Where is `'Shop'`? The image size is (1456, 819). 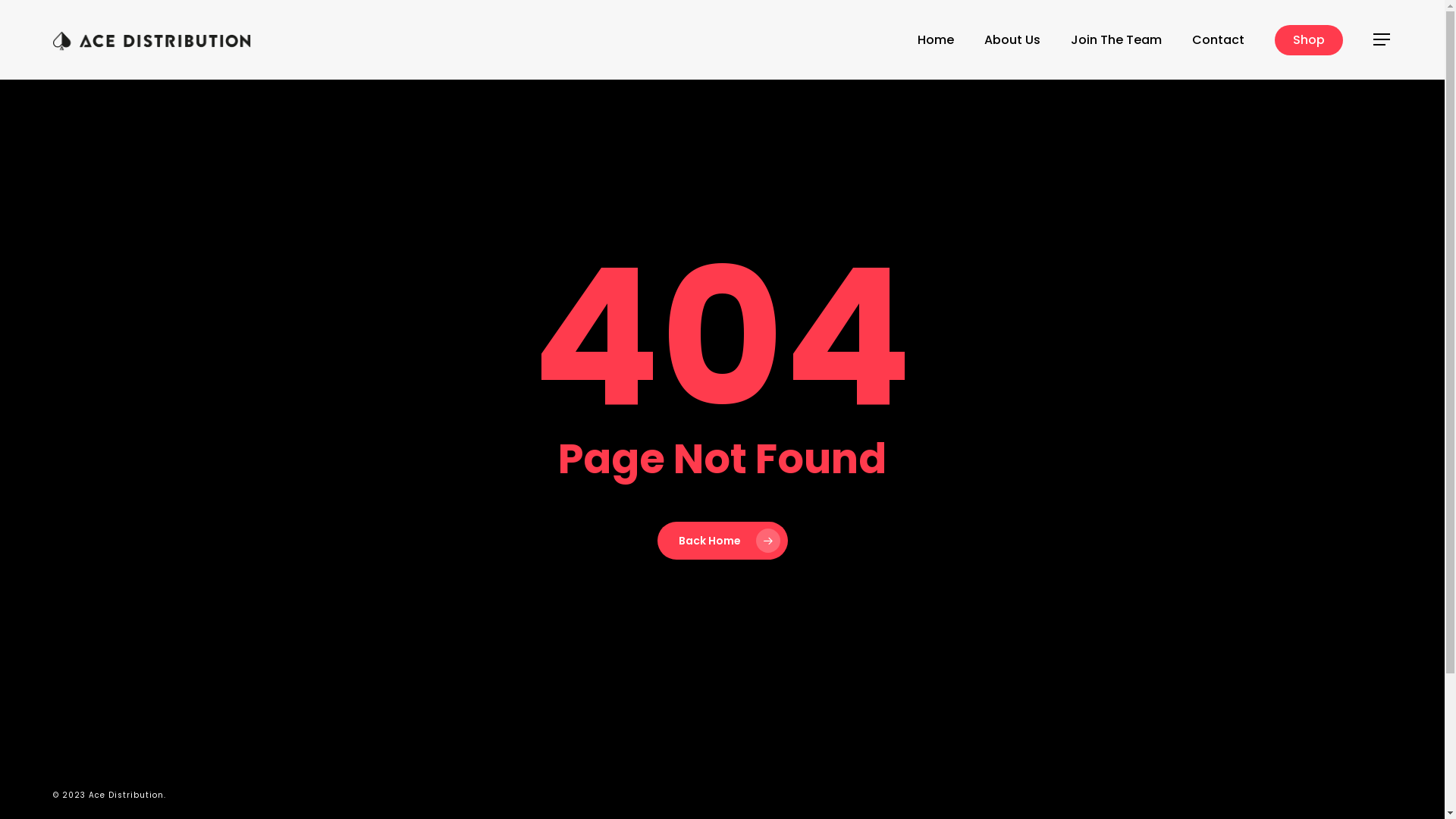
'Shop' is located at coordinates (1274, 38).